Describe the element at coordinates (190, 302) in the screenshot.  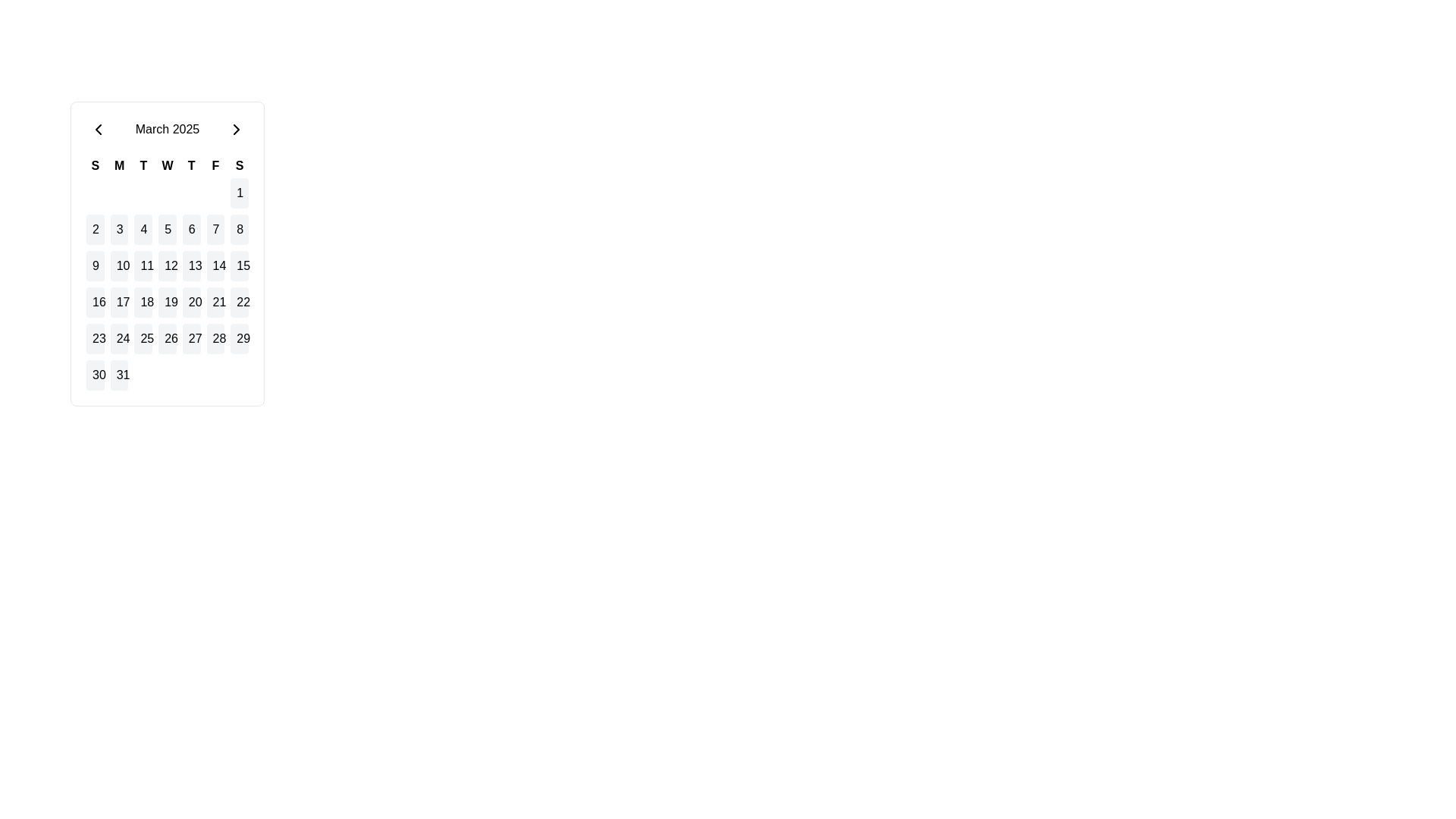
I see `the square-shaped button with a light gray background and rounded corners containing the number '20' in bold black text` at that location.